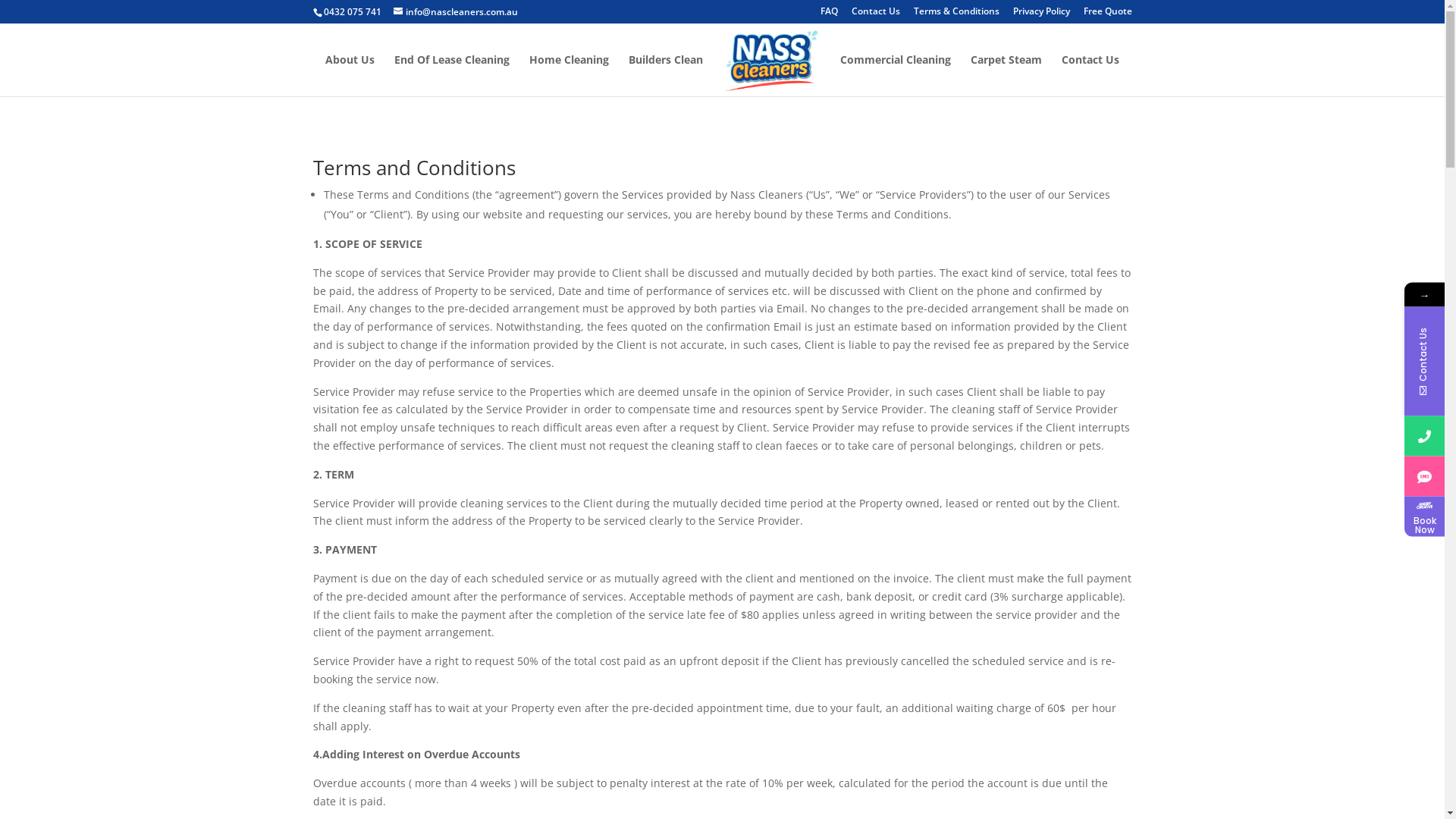  What do you see at coordinates (828, 14) in the screenshot?
I see `'FAQ'` at bounding box center [828, 14].